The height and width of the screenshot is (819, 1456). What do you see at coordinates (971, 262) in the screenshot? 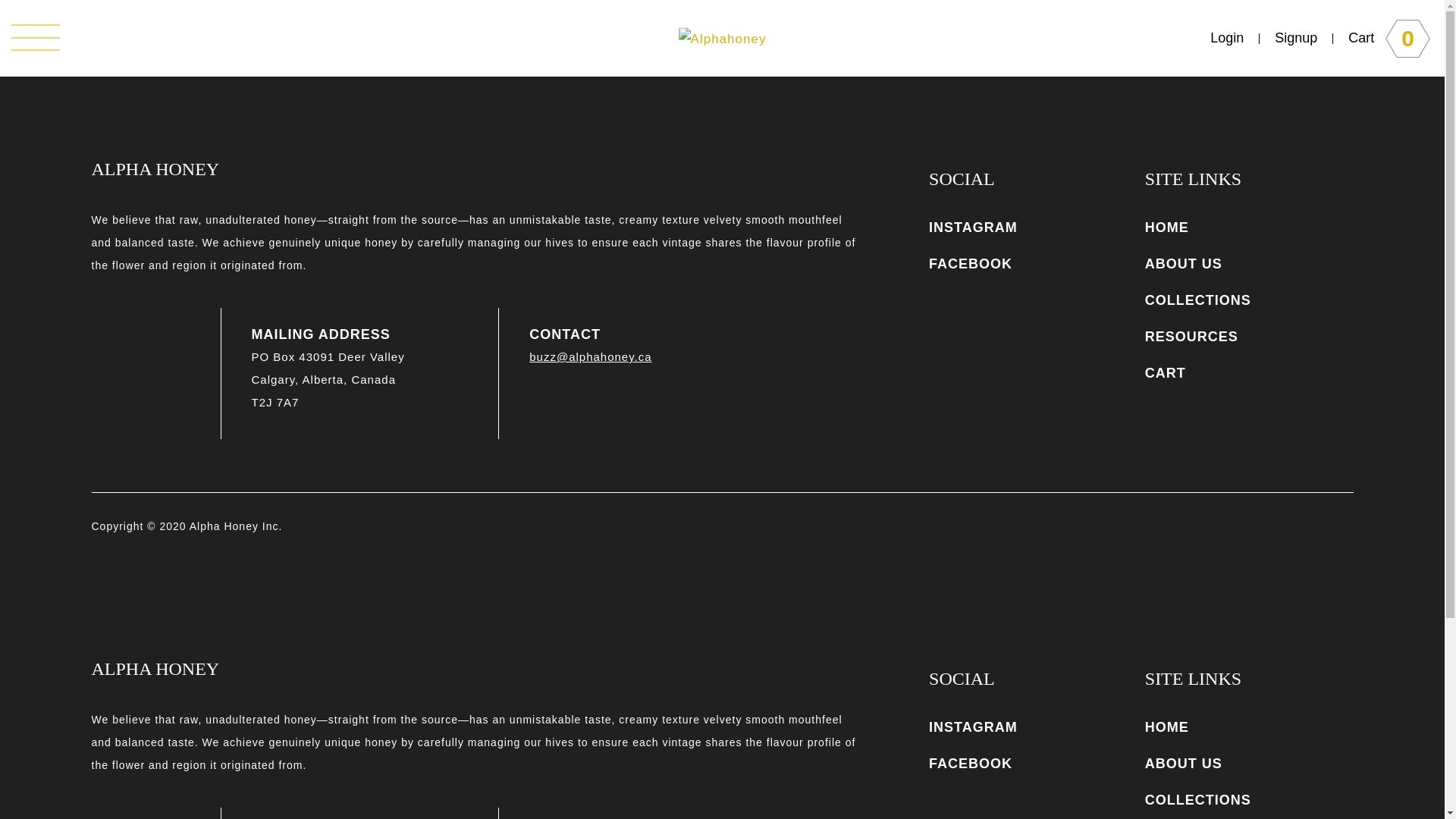
I see `'FACEBOOK'` at bounding box center [971, 262].